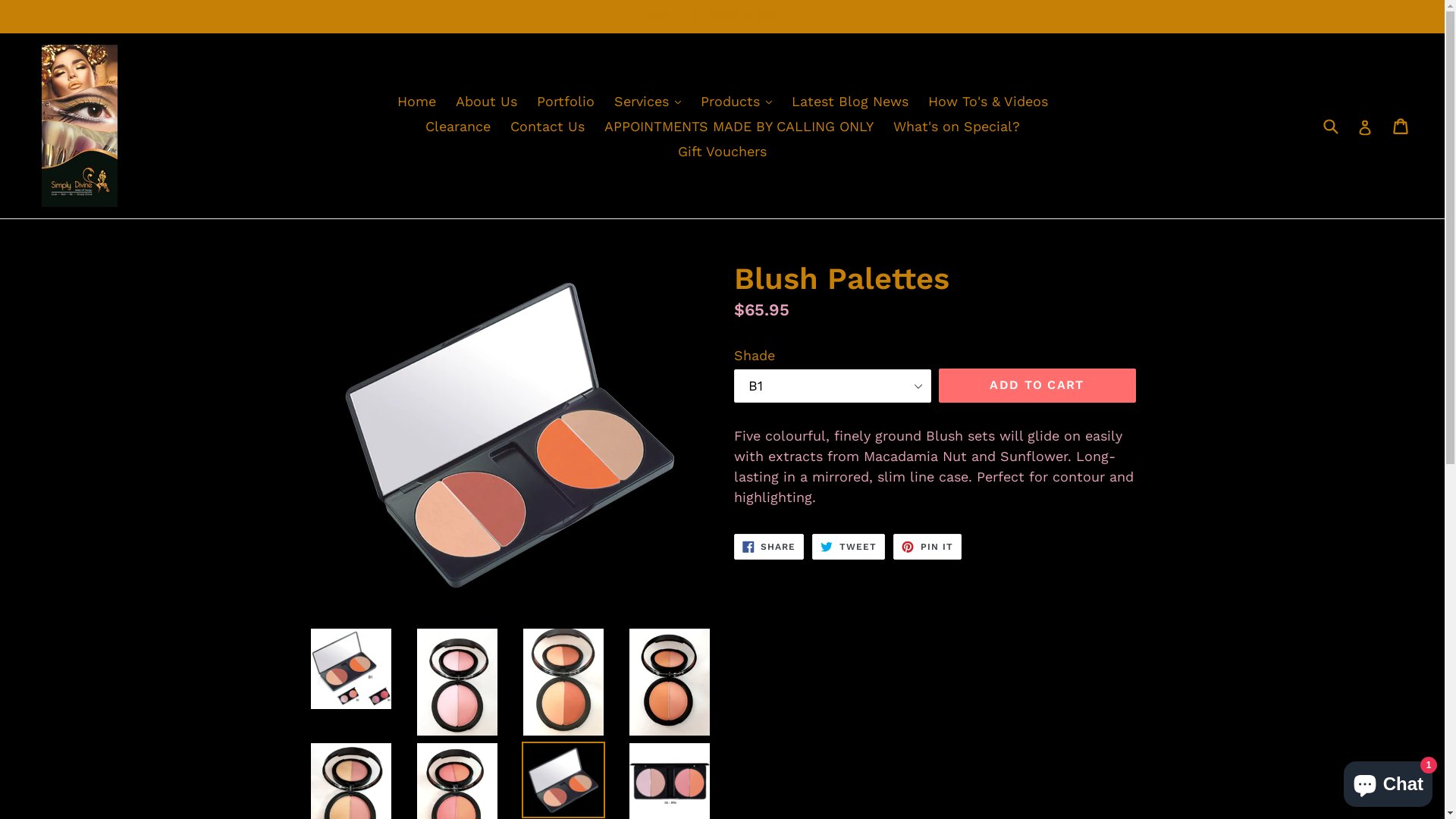  Describe the element at coordinates (564, 100) in the screenshot. I see `'Portfolio'` at that location.